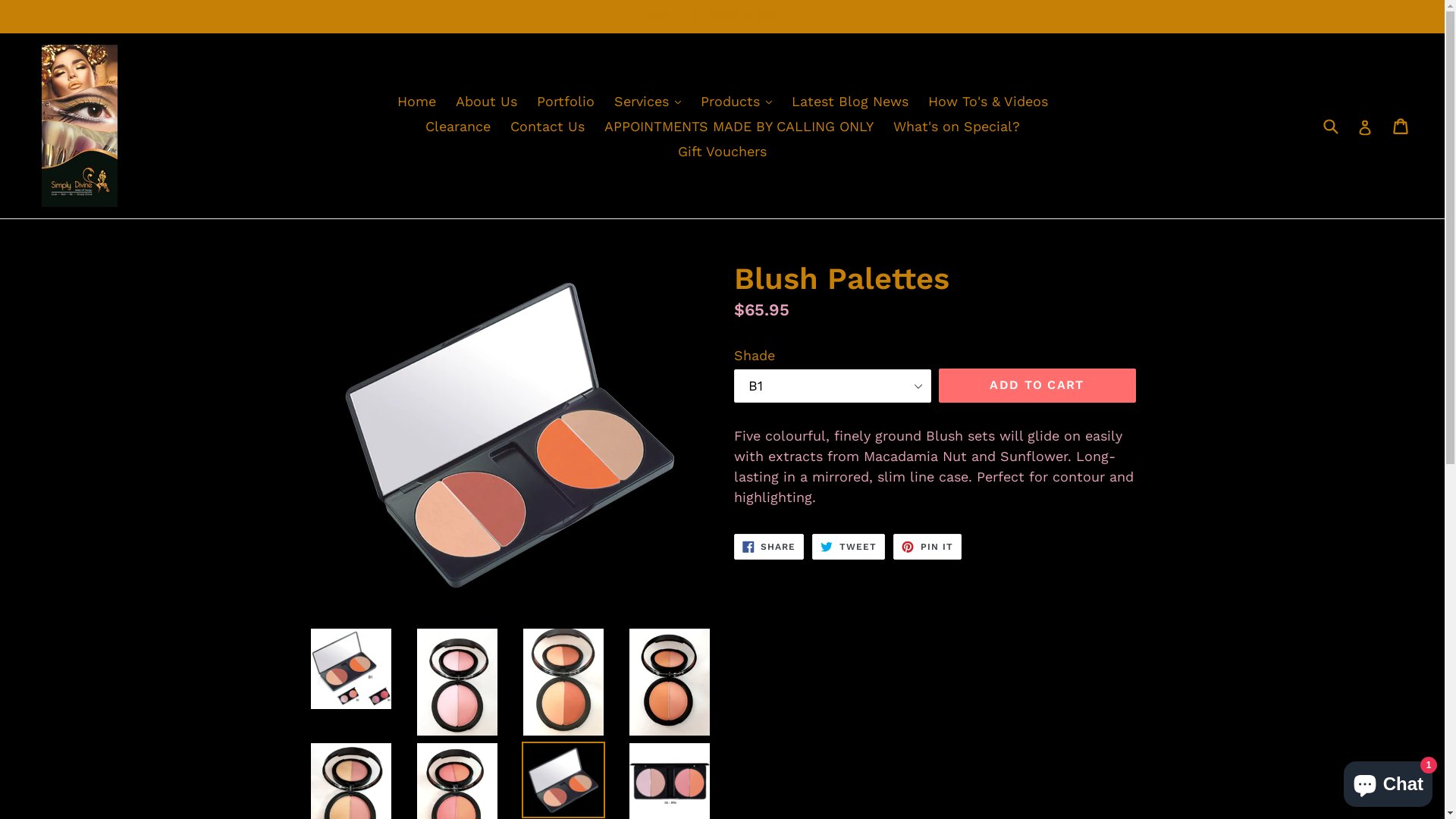  Describe the element at coordinates (564, 100) in the screenshot. I see `'Portfolio'` at that location.